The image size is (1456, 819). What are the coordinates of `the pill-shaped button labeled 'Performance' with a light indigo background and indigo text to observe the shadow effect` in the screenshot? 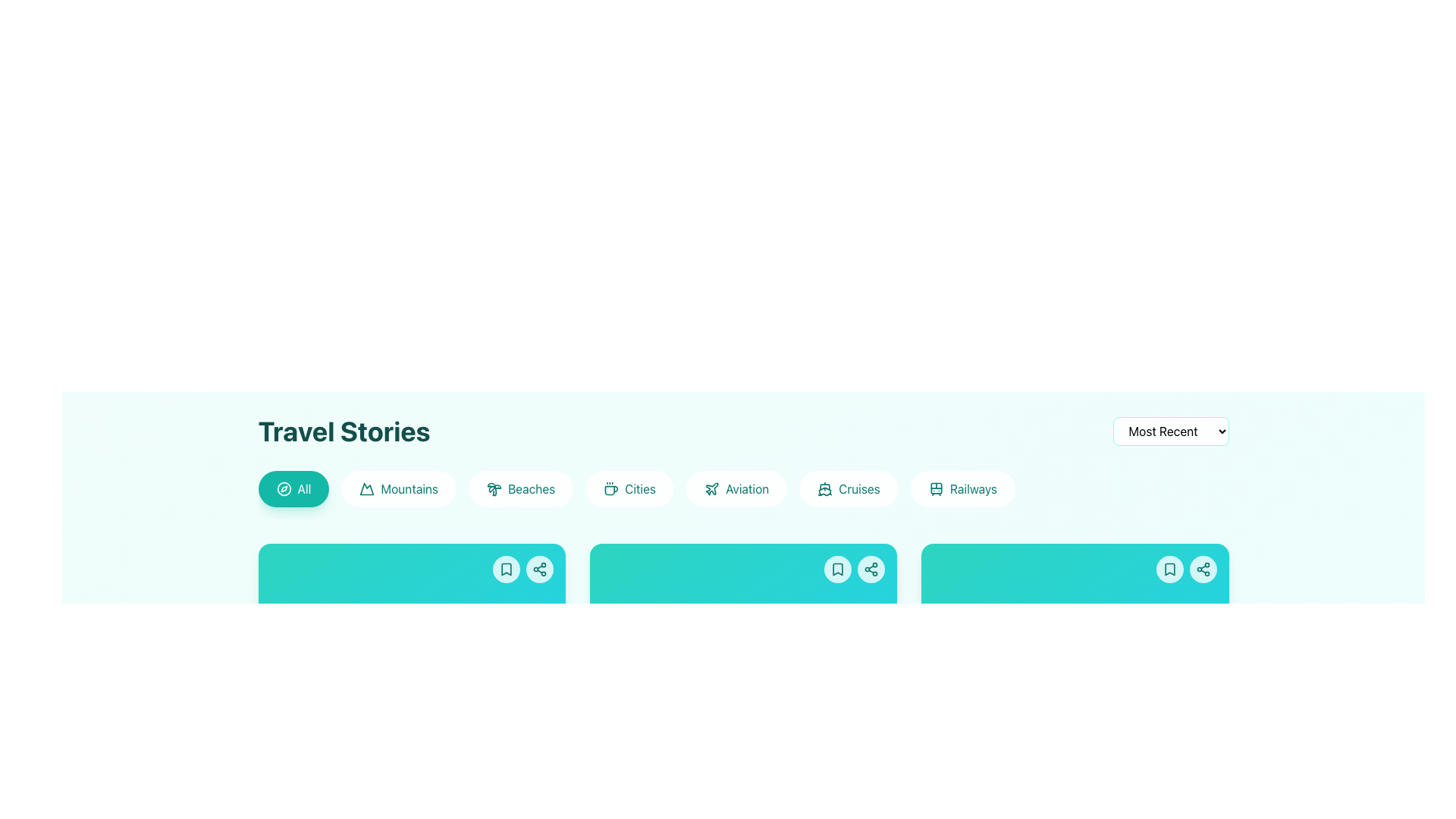 It's located at (325, 506).